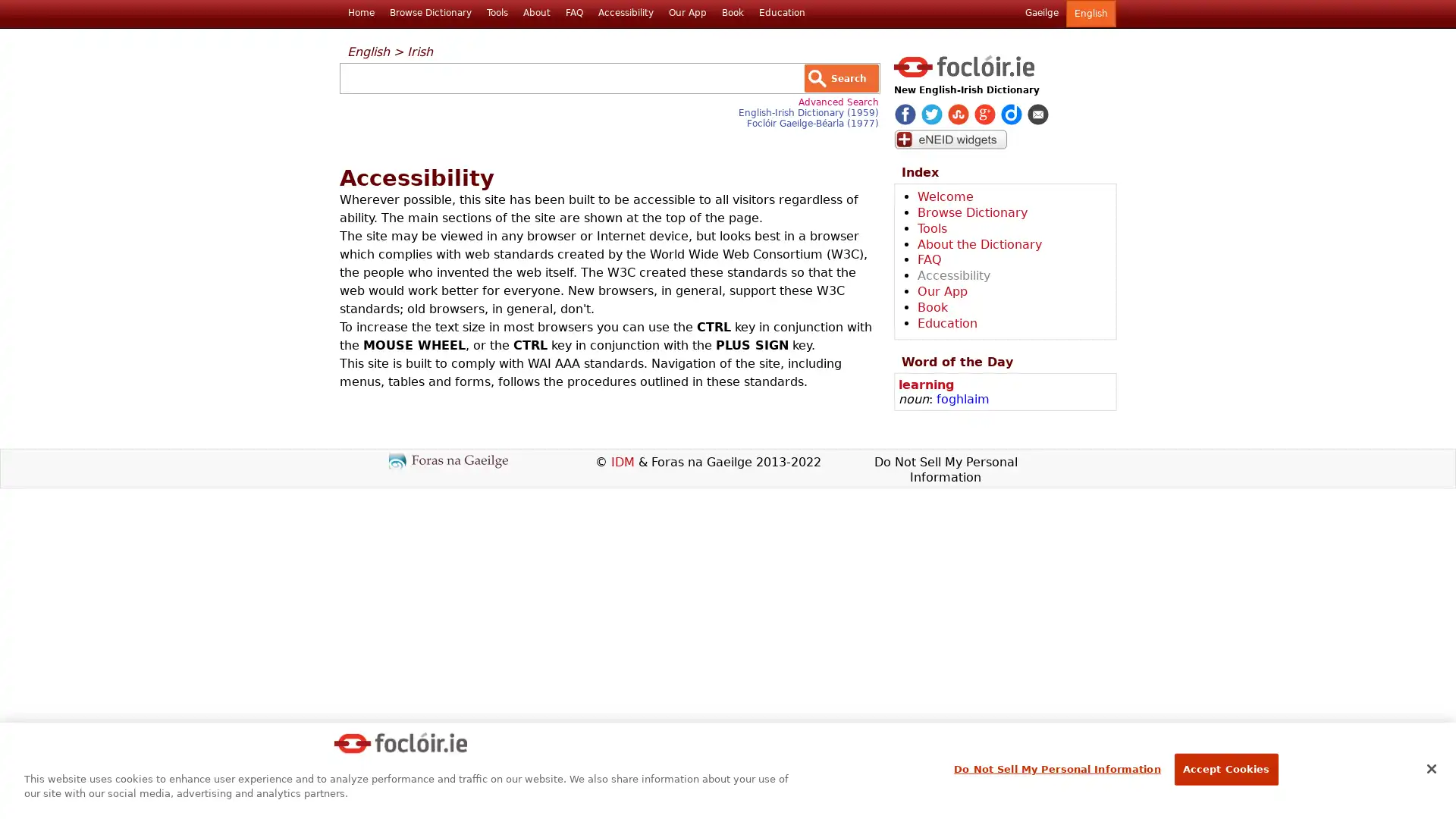  Describe the element at coordinates (840, 78) in the screenshot. I see `Search` at that location.